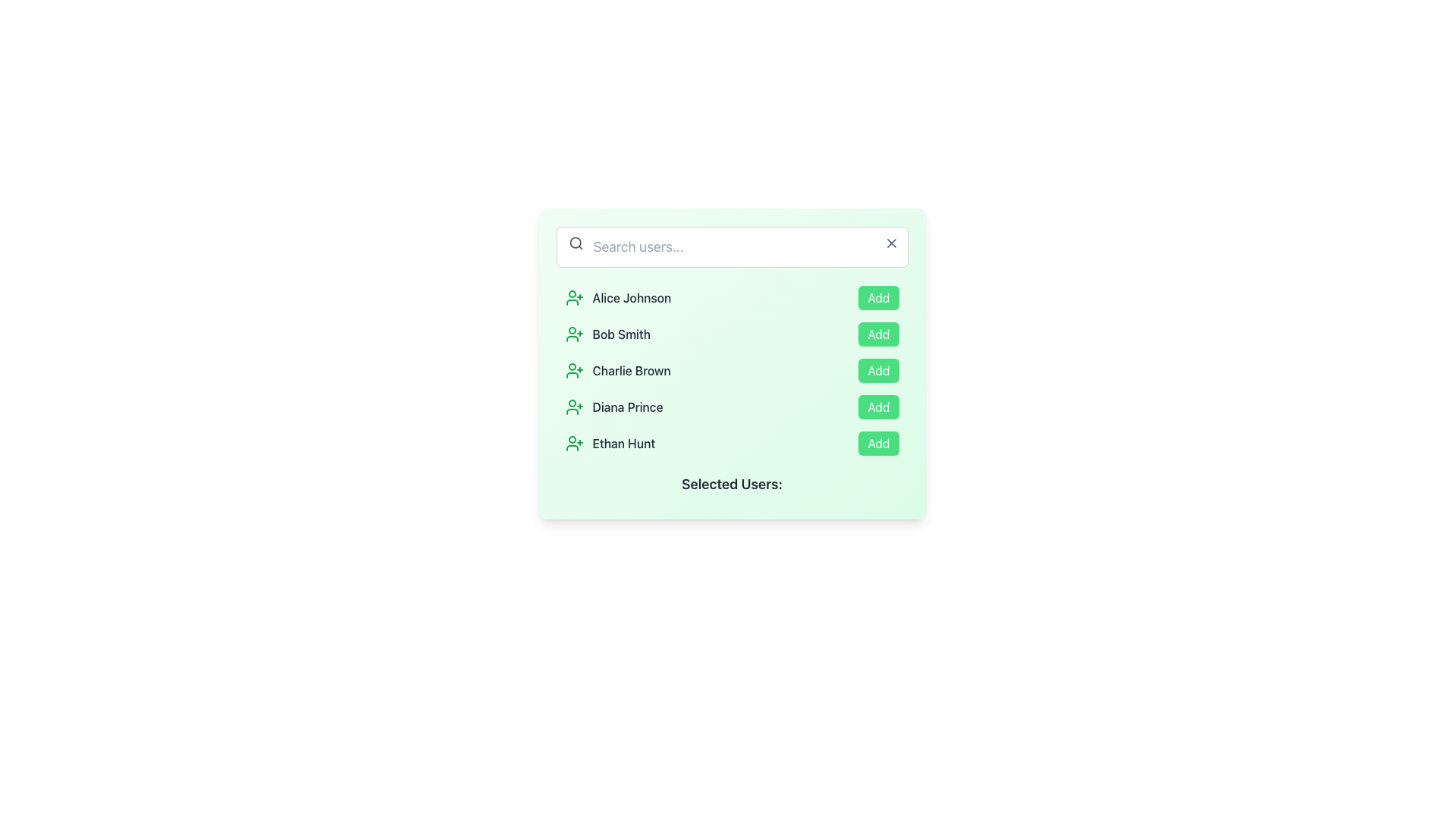  Describe the element at coordinates (610, 444) in the screenshot. I see `text label representing the name of the user available for selection, which is the fifth item in the user management list` at that location.